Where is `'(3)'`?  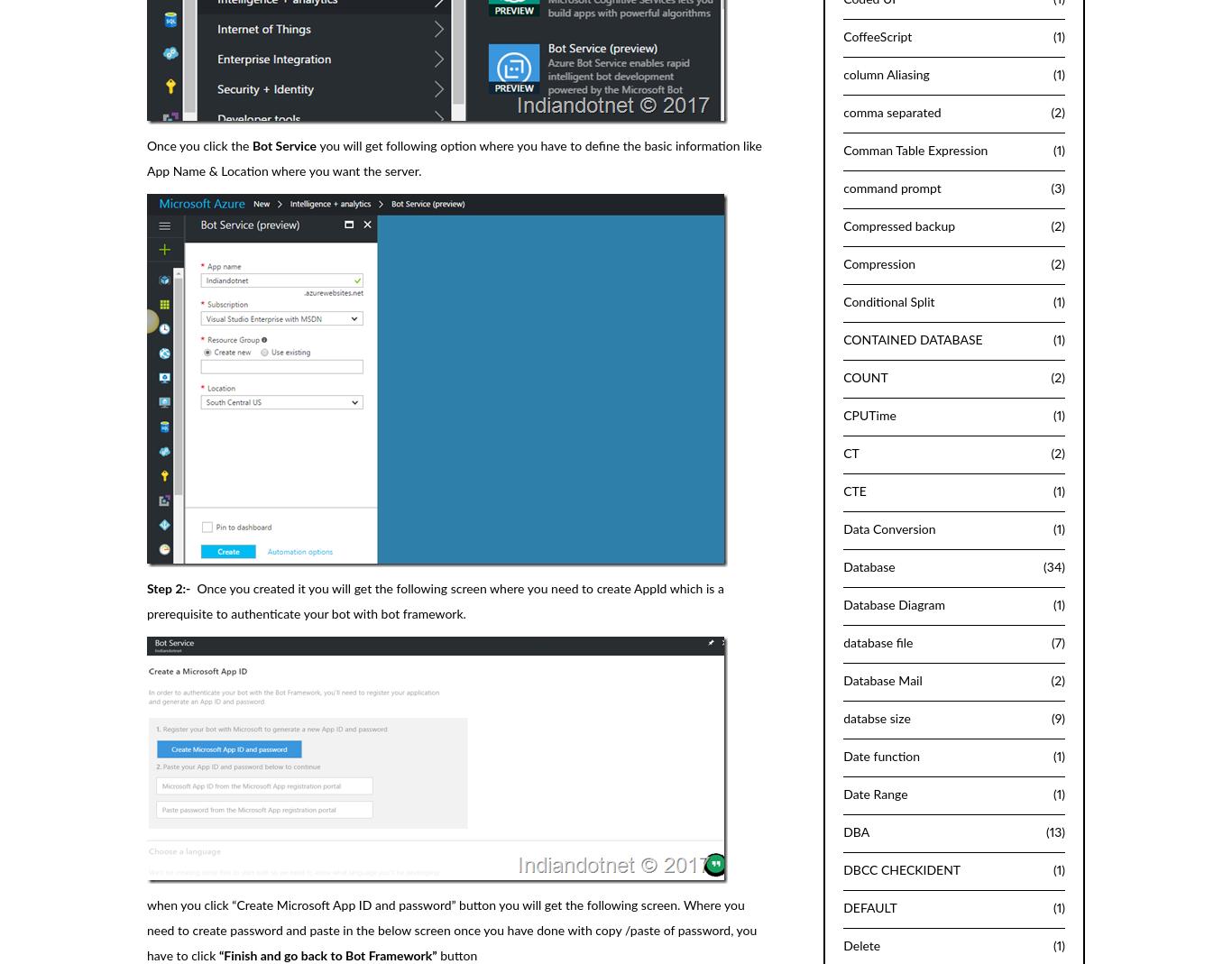
'(3)' is located at coordinates (1057, 188).